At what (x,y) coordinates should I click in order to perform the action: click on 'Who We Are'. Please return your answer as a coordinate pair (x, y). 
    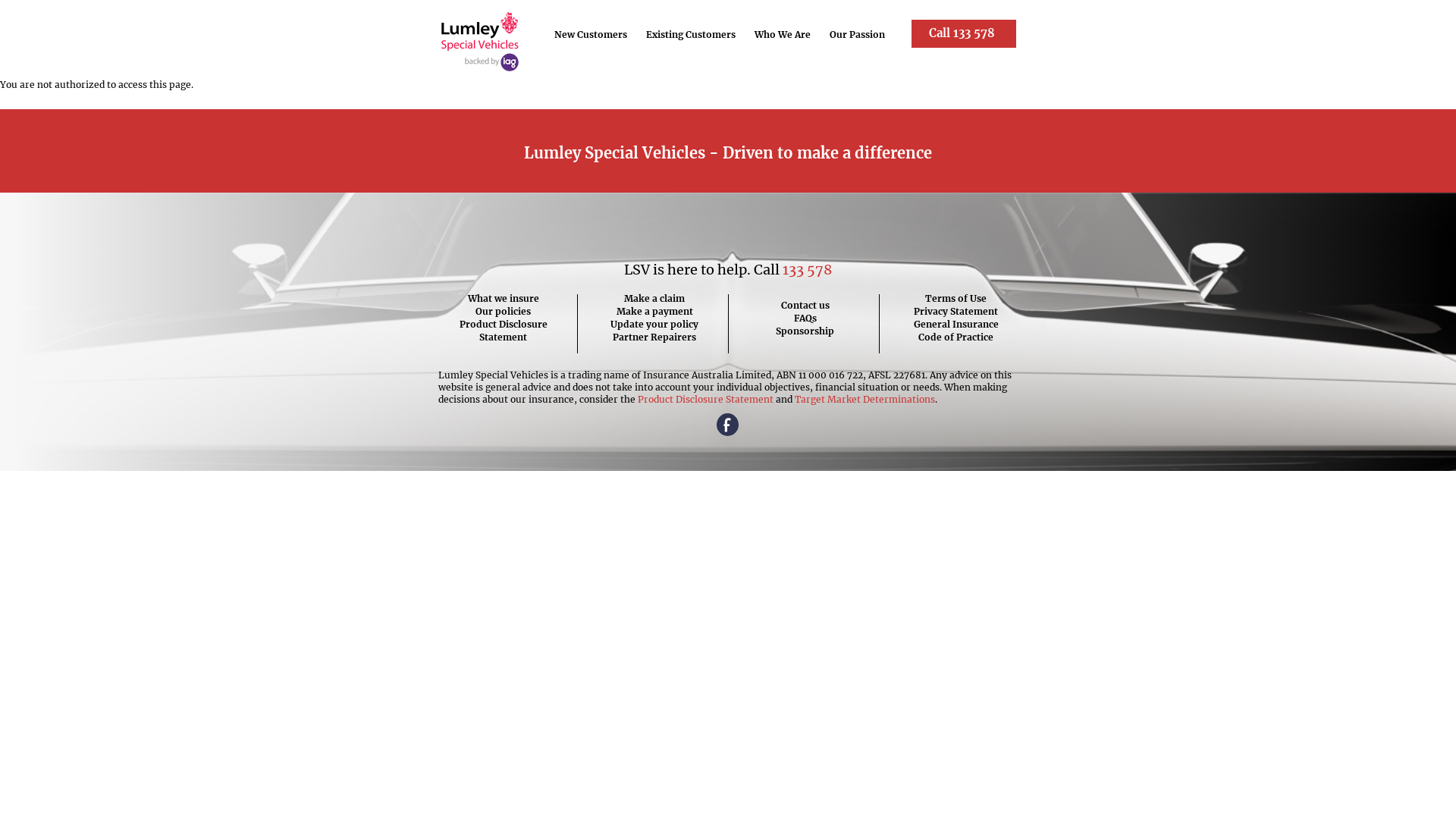
    Looking at the image, I should click on (783, 34).